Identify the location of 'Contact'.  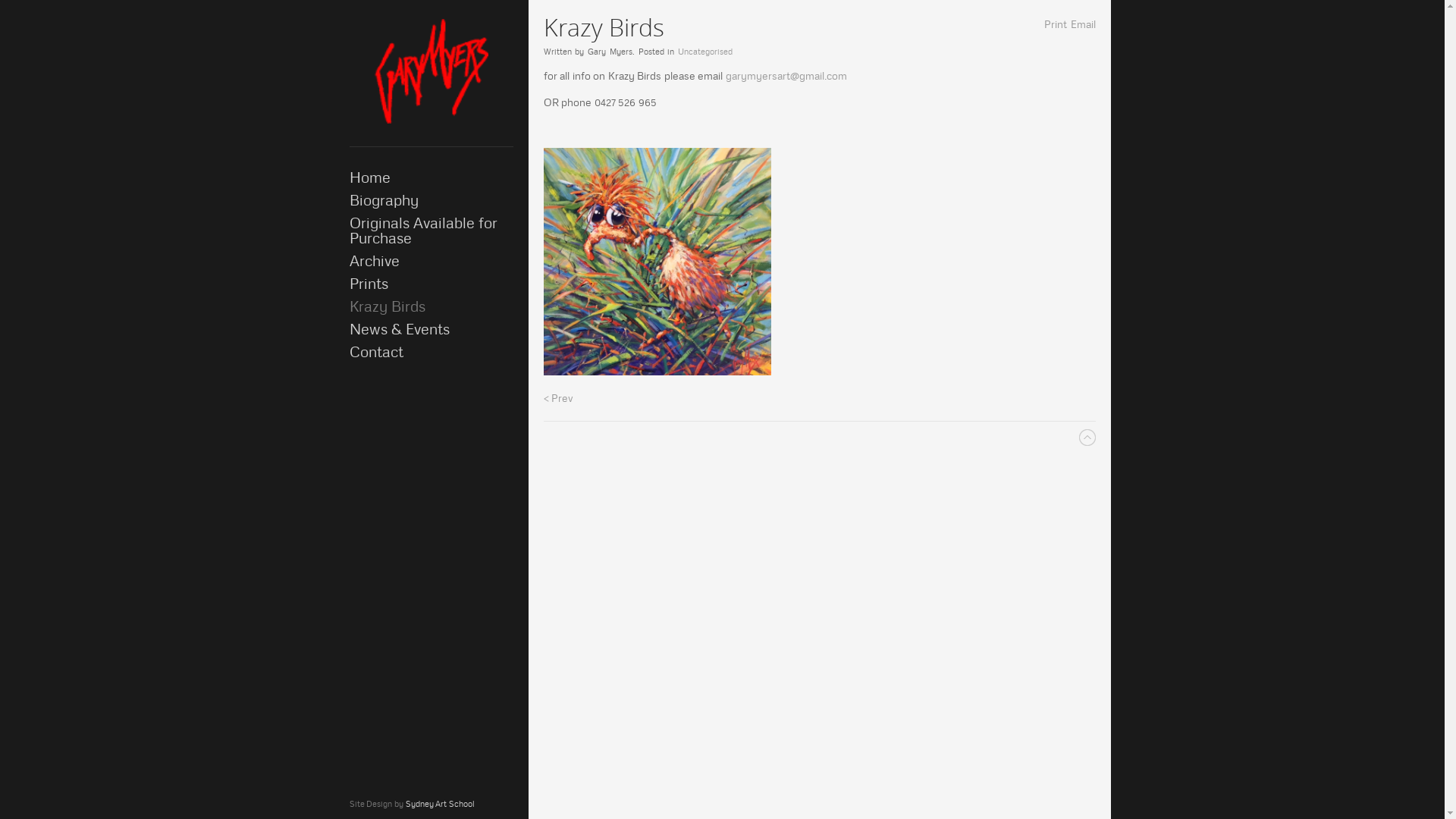
(429, 351).